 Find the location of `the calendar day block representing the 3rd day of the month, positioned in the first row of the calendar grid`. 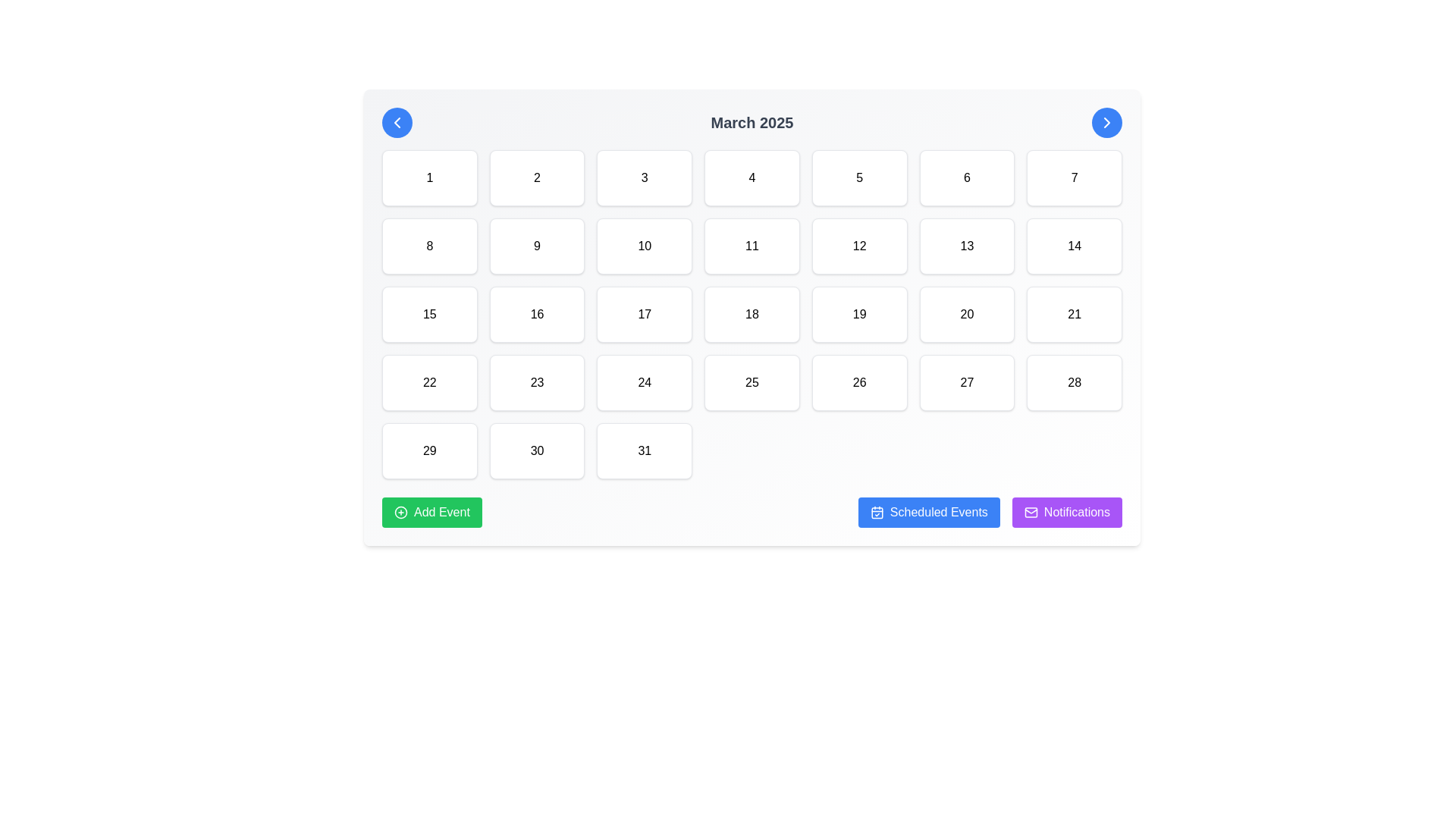

the calendar day block representing the 3rd day of the month, positioned in the first row of the calendar grid is located at coordinates (645, 177).